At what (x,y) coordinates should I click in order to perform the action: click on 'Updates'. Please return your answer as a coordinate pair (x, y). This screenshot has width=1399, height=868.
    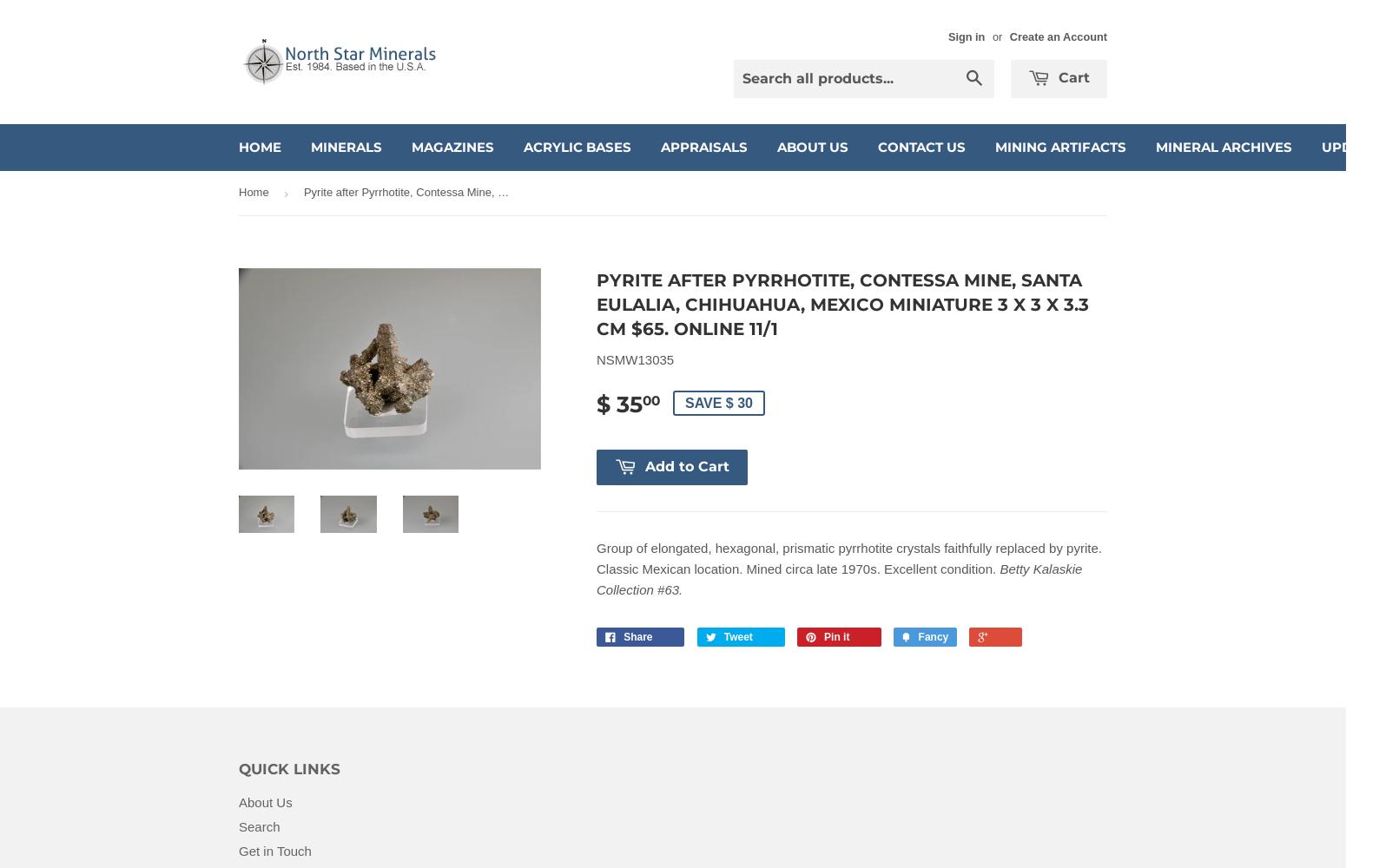
    Looking at the image, I should click on (1352, 147).